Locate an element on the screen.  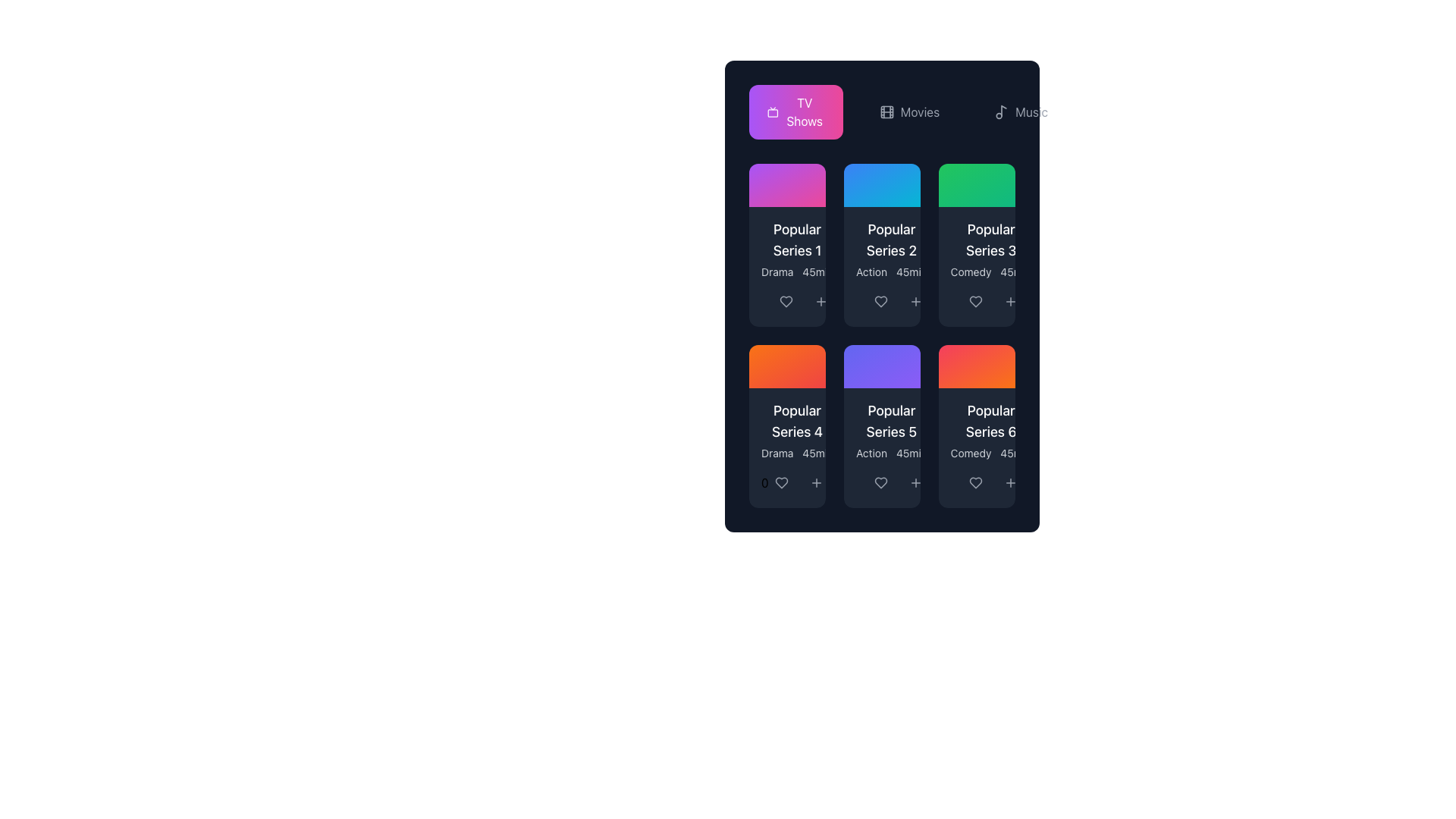
the '+' icon on the Card component located in the last position of the second row within the grid layout is located at coordinates (977, 426).